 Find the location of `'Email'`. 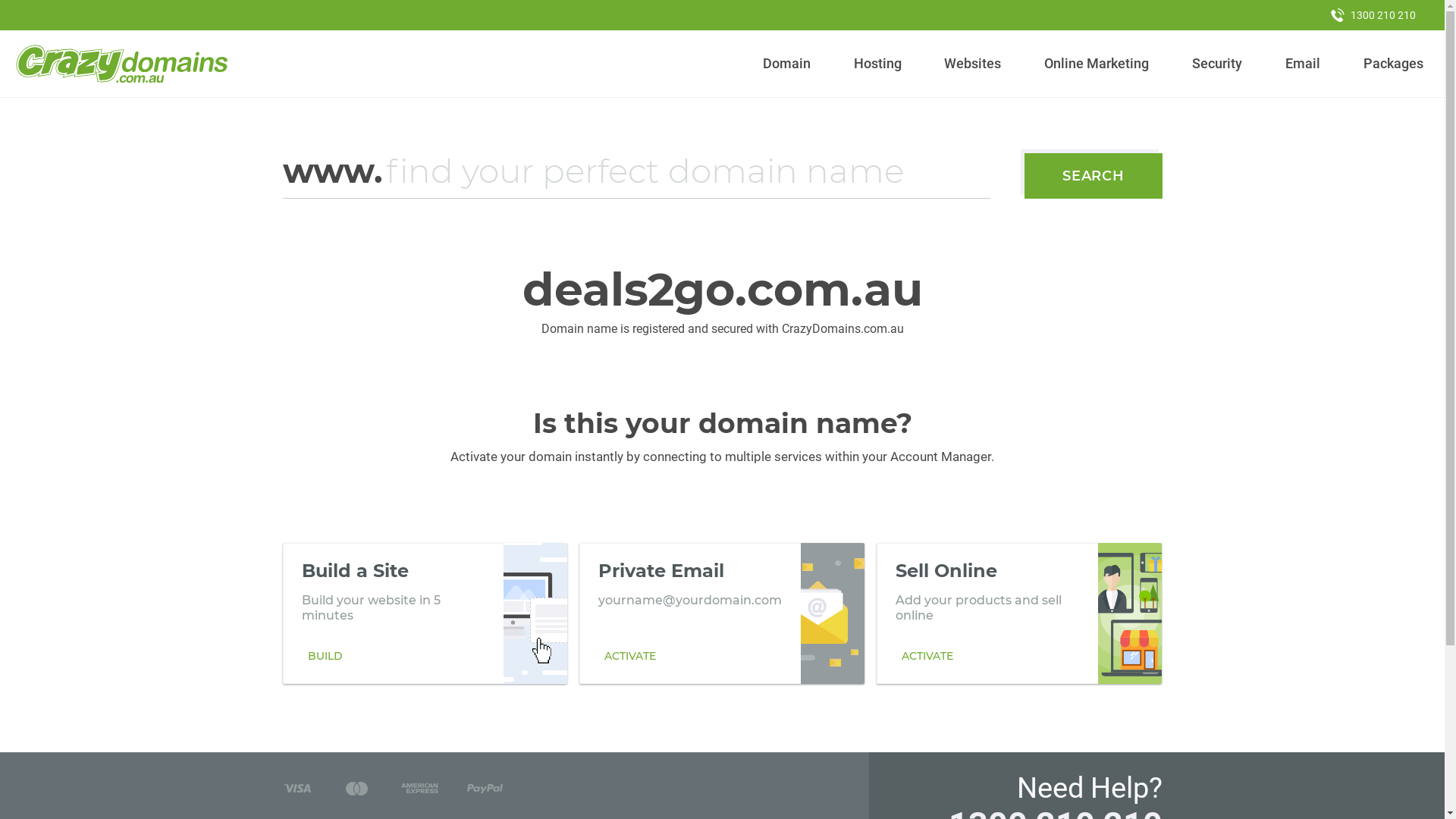

'Email' is located at coordinates (1277, 63).